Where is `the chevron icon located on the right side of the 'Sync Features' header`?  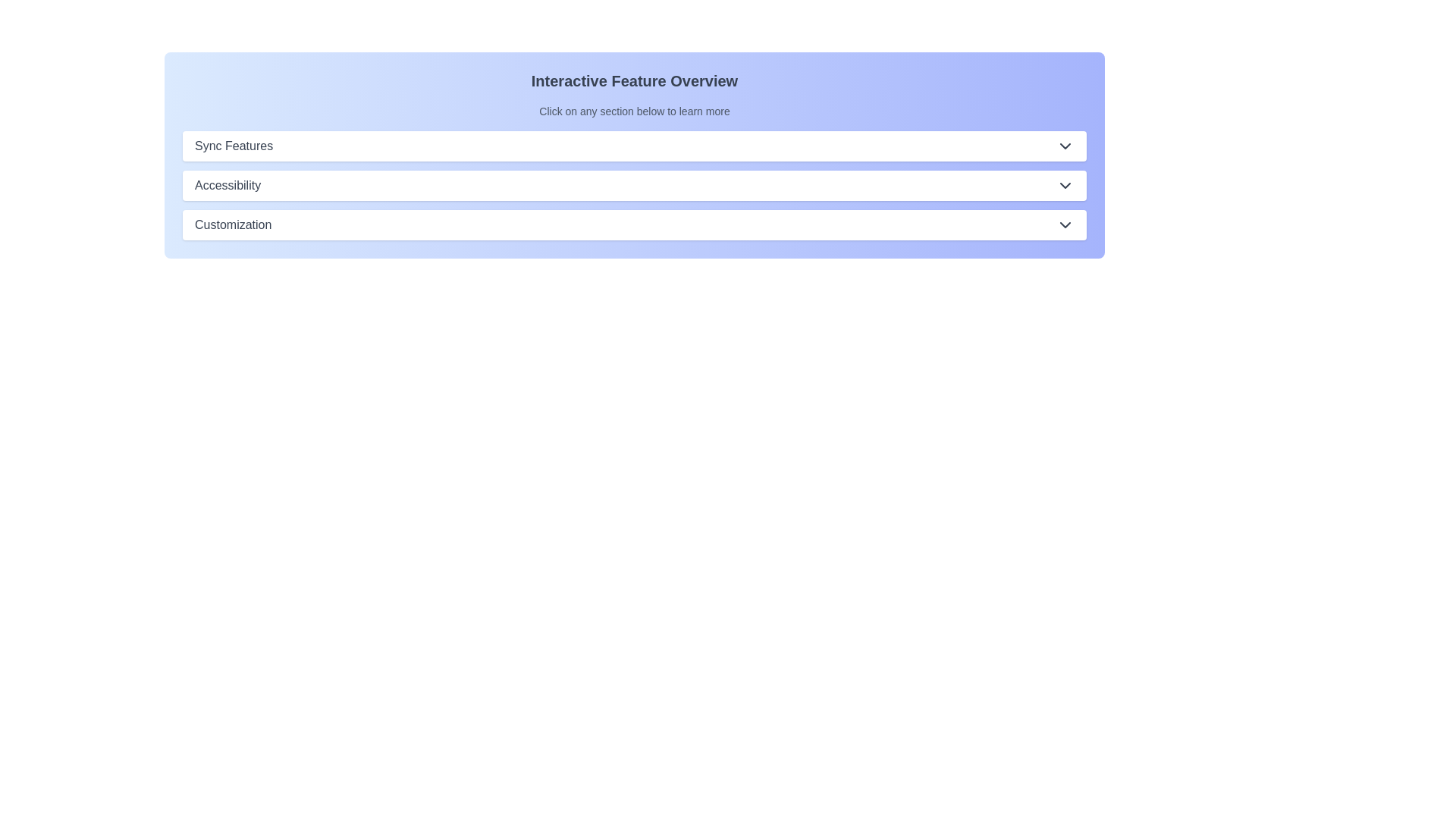 the chevron icon located on the right side of the 'Sync Features' header is located at coordinates (1065, 146).